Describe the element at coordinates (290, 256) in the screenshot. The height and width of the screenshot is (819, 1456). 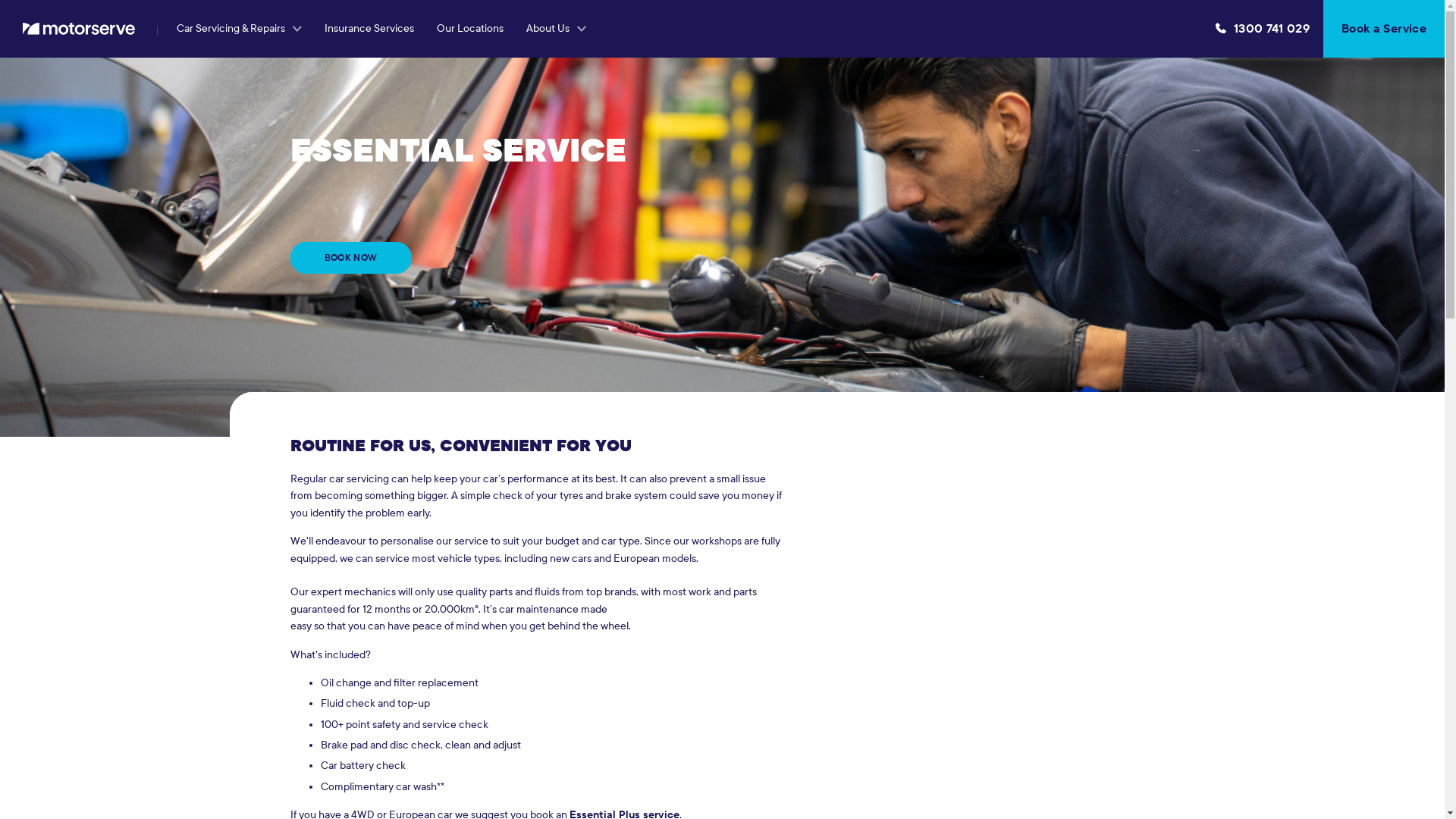
I see `'BOOK NOW'` at that location.